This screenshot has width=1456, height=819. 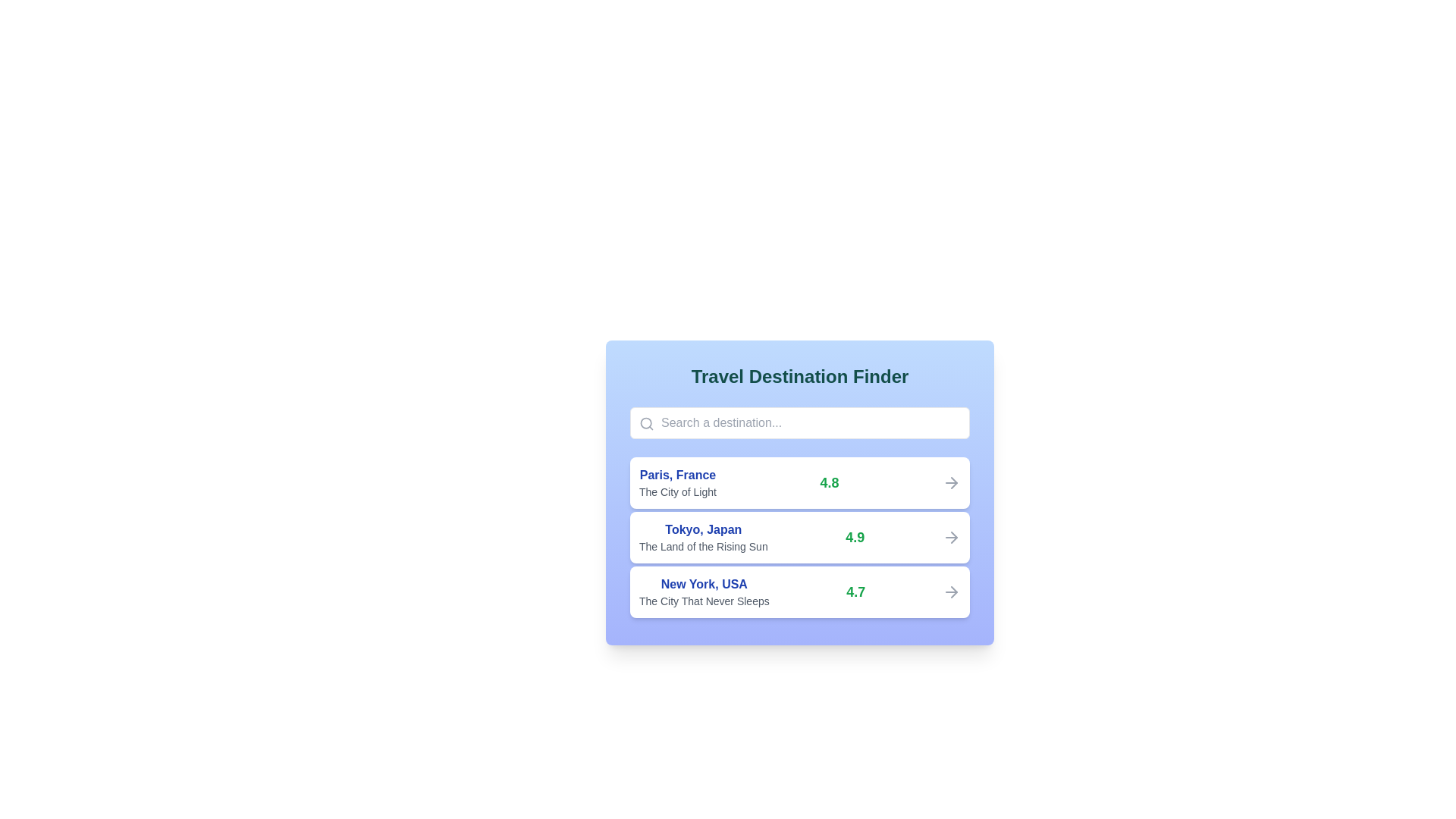 What do you see at coordinates (953, 482) in the screenshot?
I see `the design of the tip of the rightward-pointing arrow icon that visually represents moving forward, located to the right of the listed item 'Paris, France'` at bounding box center [953, 482].